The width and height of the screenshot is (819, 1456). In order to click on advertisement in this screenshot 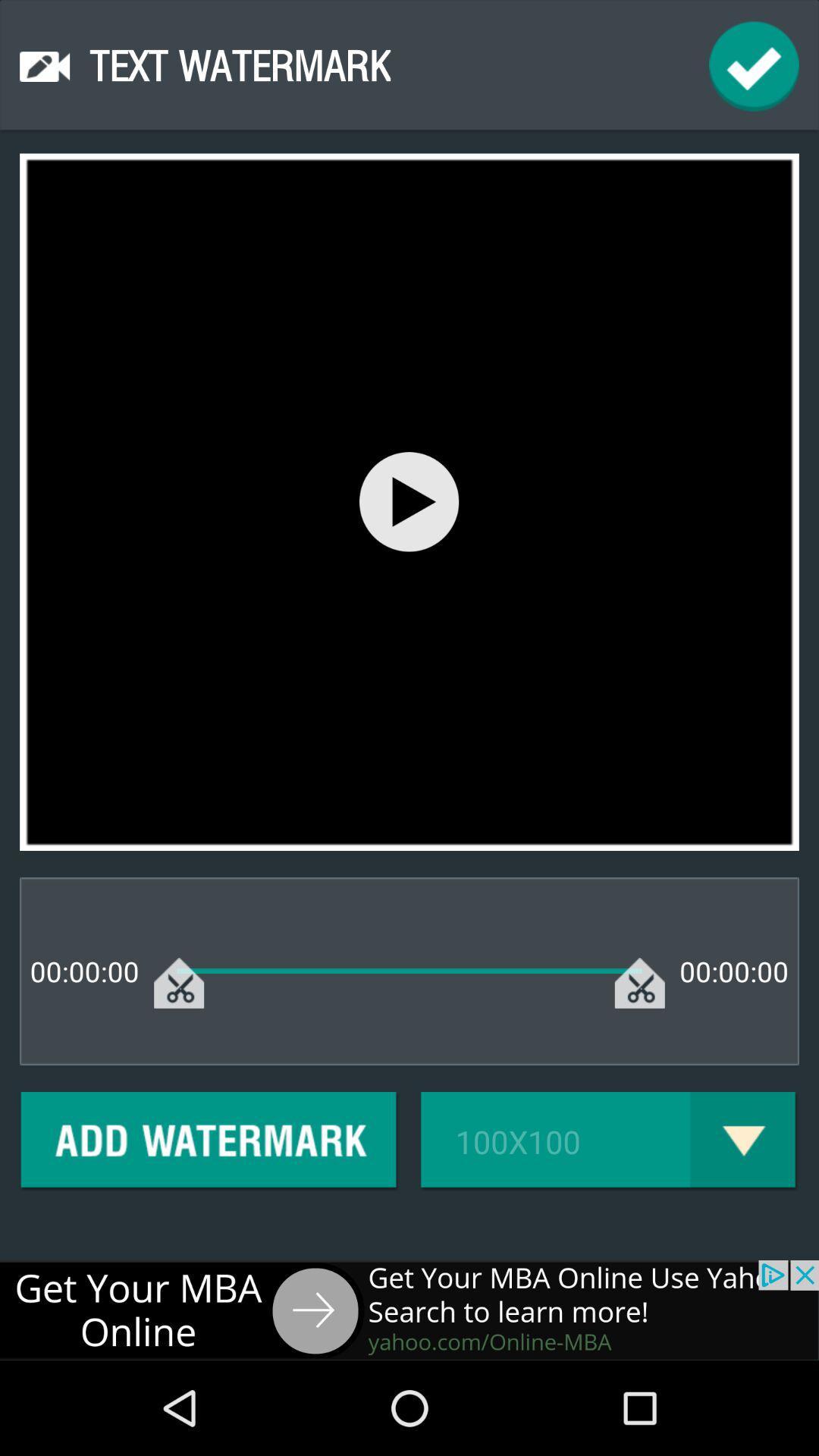, I will do `click(409, 1309)`.